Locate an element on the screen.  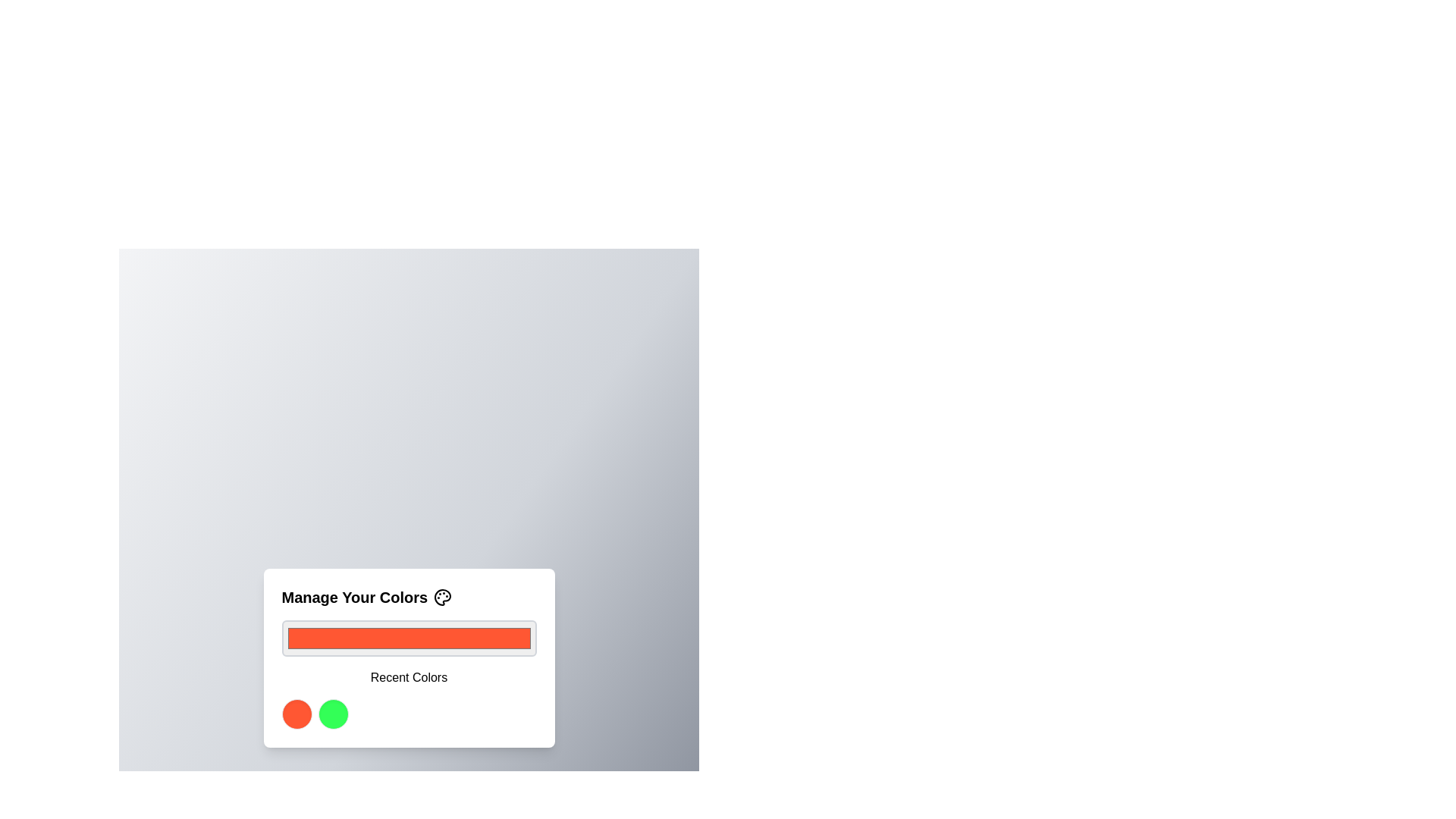
the Color picker widget located below the header text 'Manage Your Colors' and above the label 'Recent Colors' is located at coordinates (409, 657).